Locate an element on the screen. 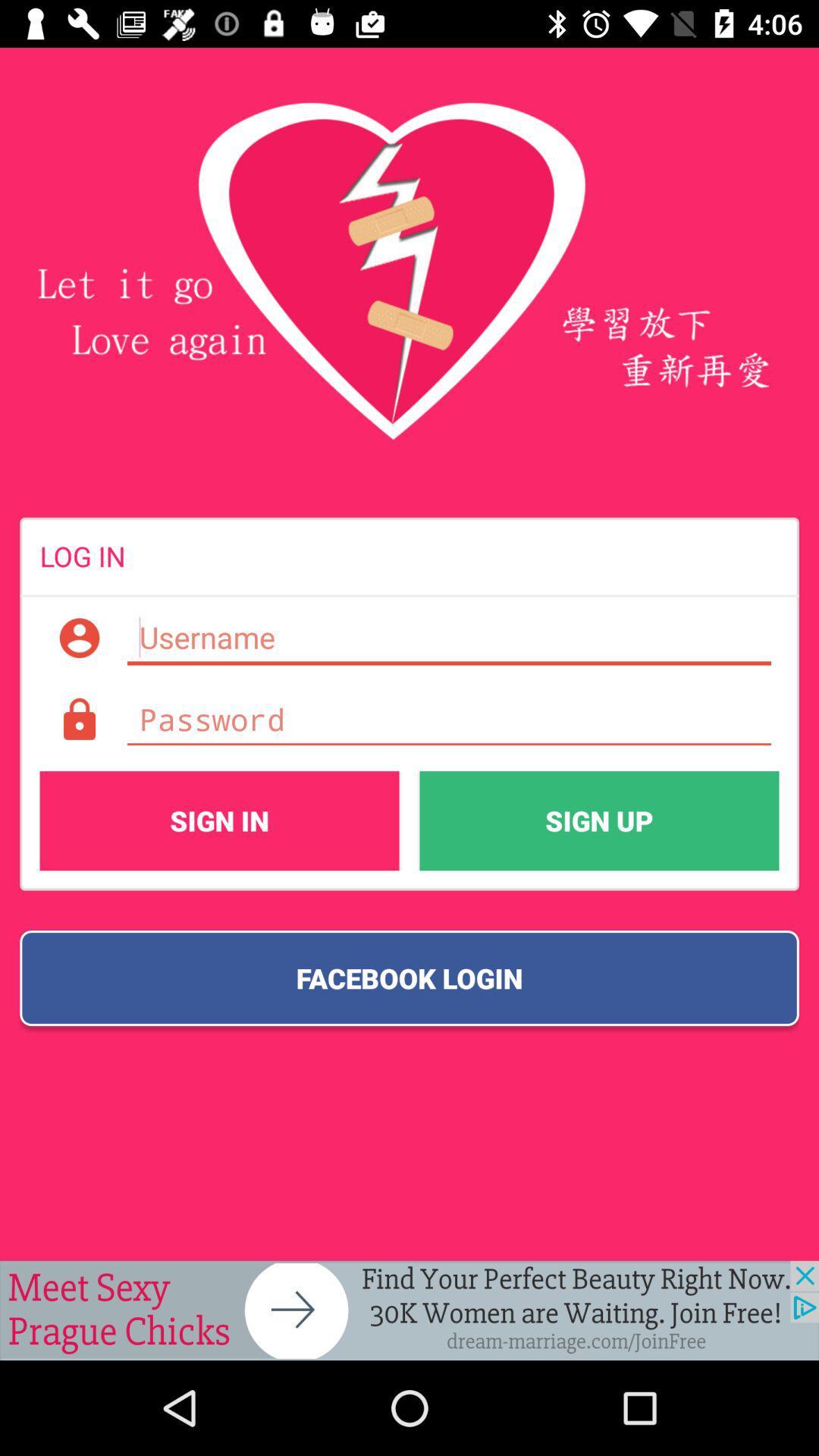 The height and width of the screenshot is (1456, 819). username is located at coordinates (448, 638).